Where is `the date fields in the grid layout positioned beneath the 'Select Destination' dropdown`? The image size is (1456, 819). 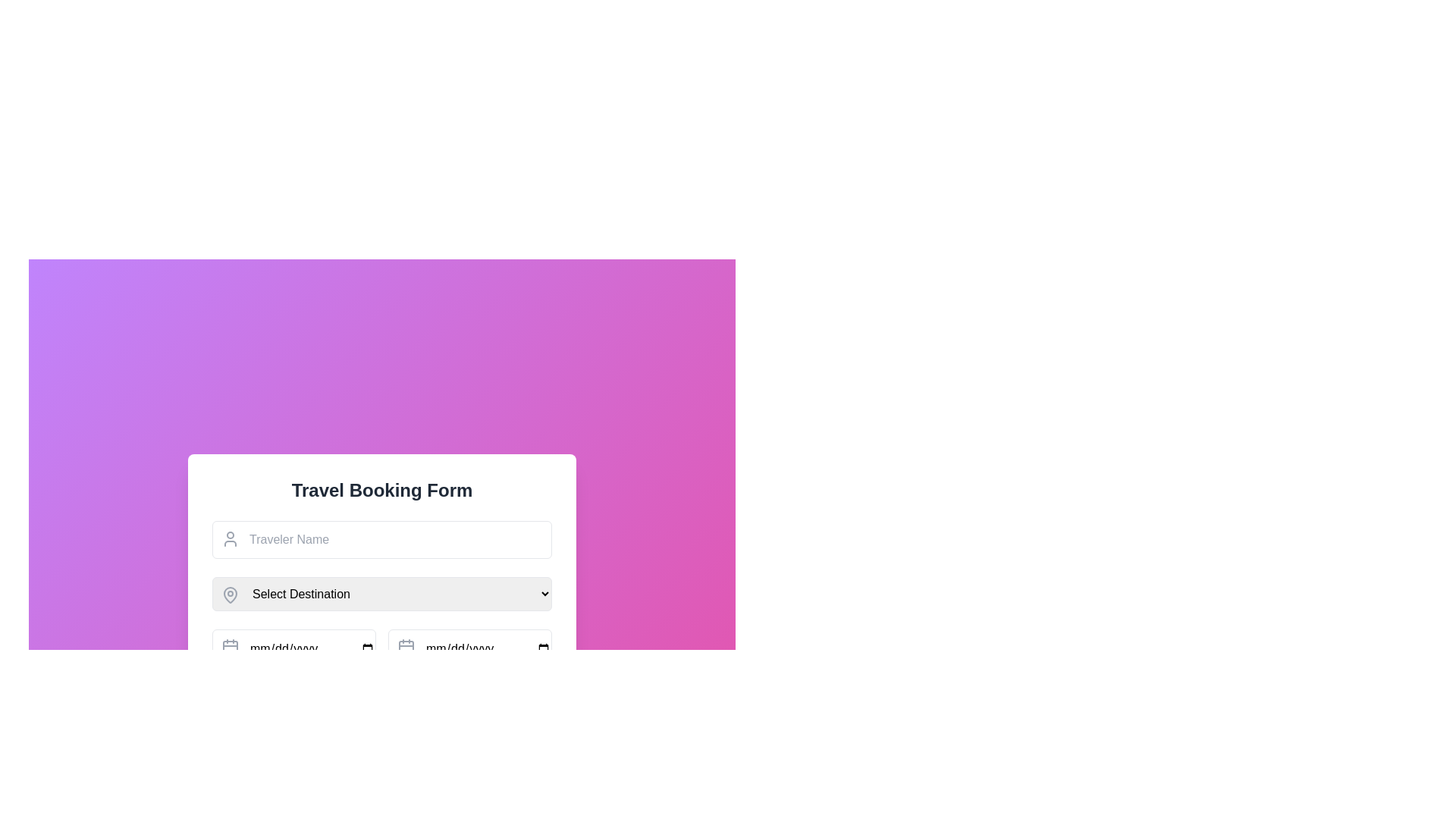 the date fields in the grid layout positioned beneath the 'Select Destination' dropdown is located at coordinates (382, 648).